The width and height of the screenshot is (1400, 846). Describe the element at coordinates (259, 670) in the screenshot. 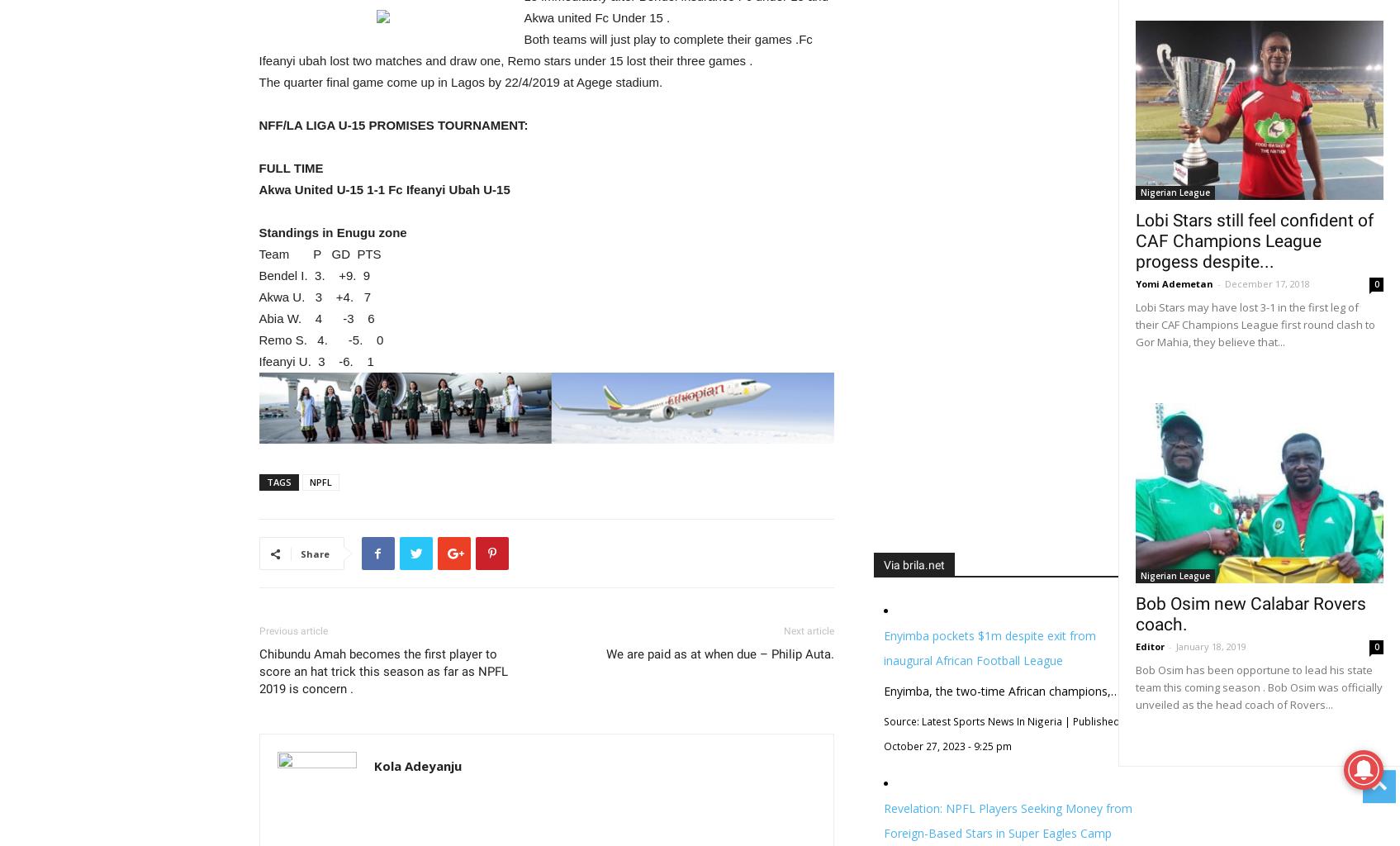

I see `'Chibundu Amah becomes the first player to score an hat trick this season as far as NPFL 2019 is concern .'` at that location.